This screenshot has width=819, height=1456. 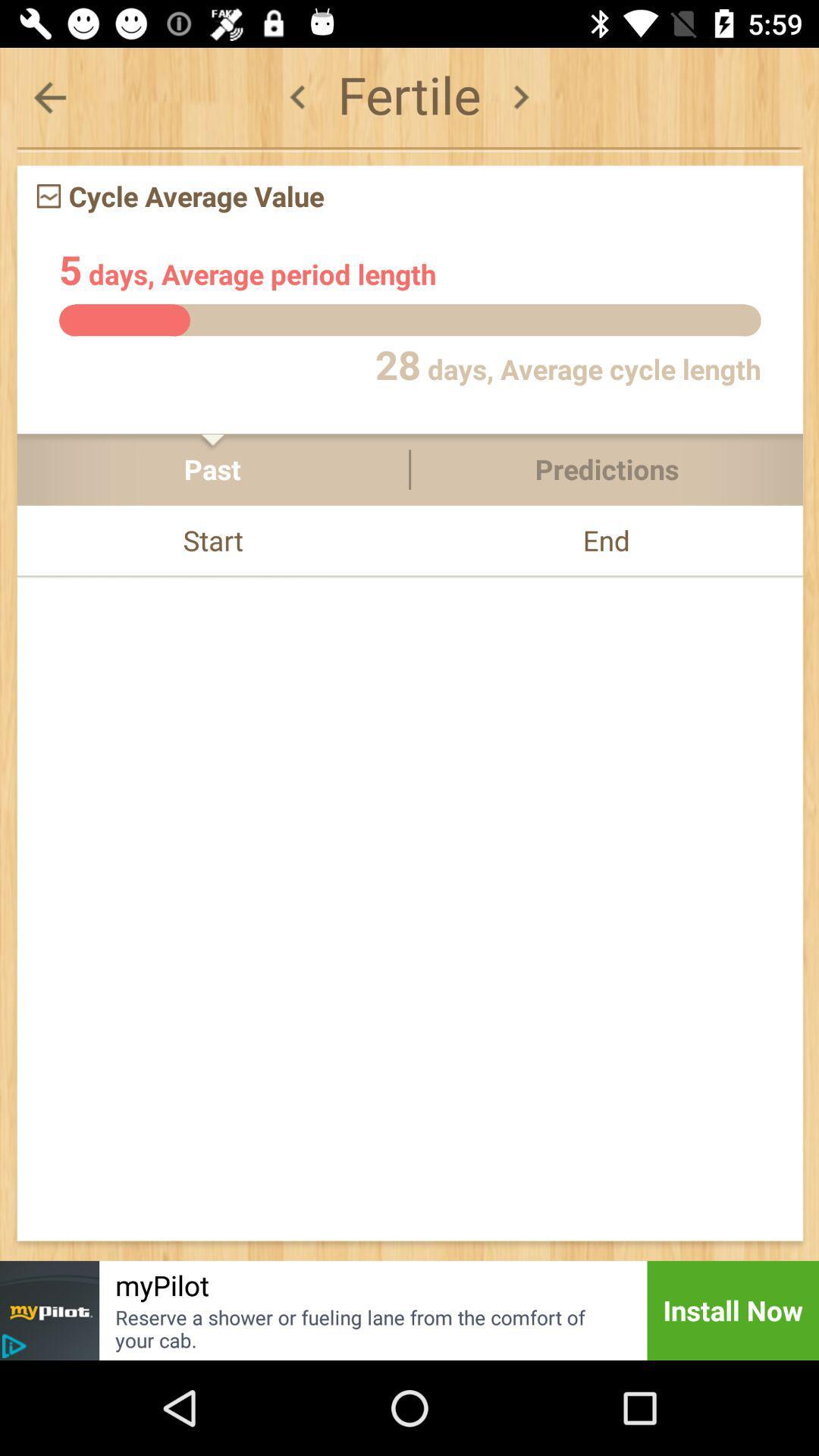 What do you see at coordinates (49, 96) in the screenshot?
I see `the arrow_backward icon` at bounding box center [49, 96].